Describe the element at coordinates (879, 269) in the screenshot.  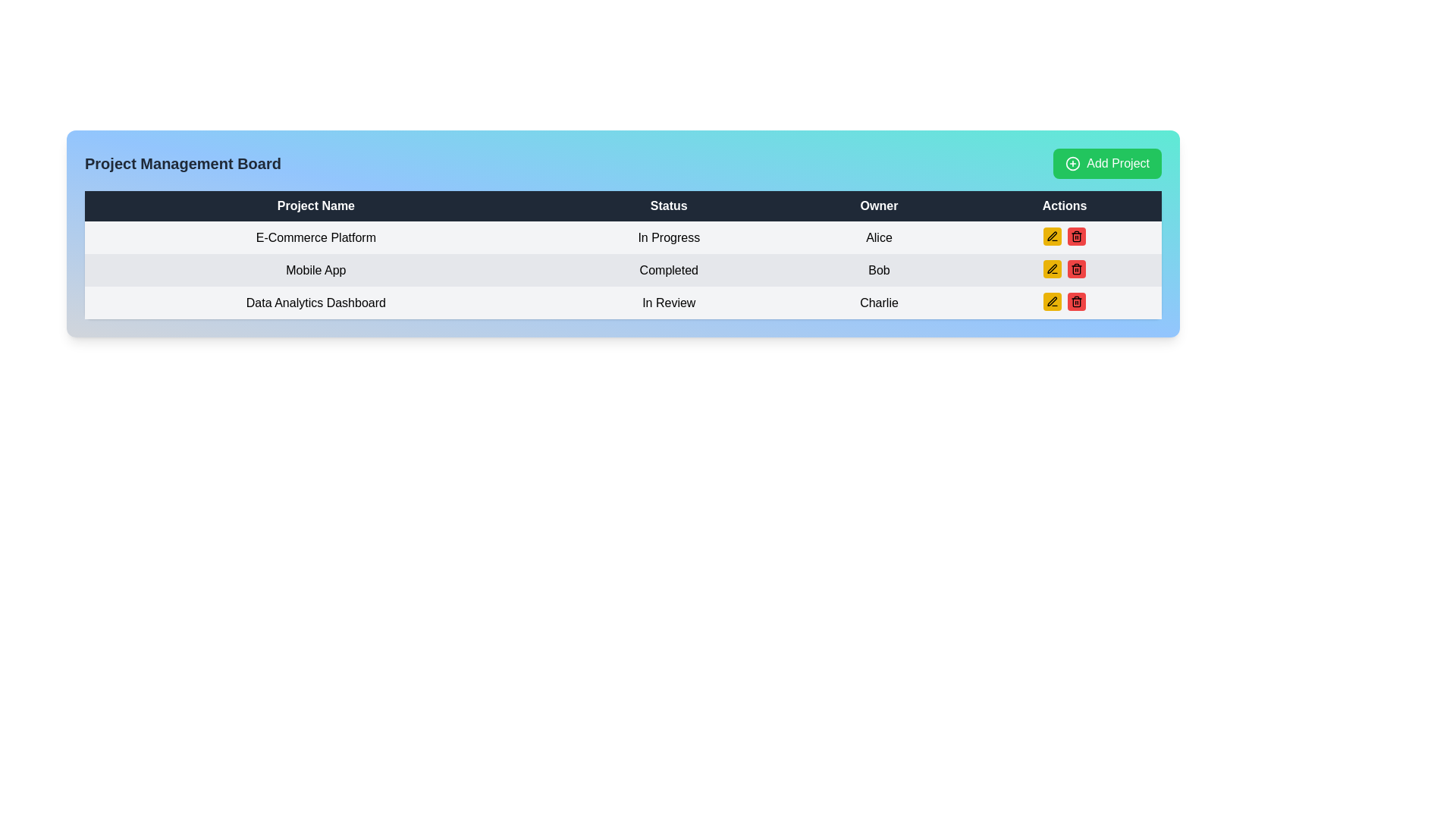
I see `the non-interactive text label displaying the name 'Bob', which is located in the 'Owner' column of the 'Mobile App' row in the table` at that location.